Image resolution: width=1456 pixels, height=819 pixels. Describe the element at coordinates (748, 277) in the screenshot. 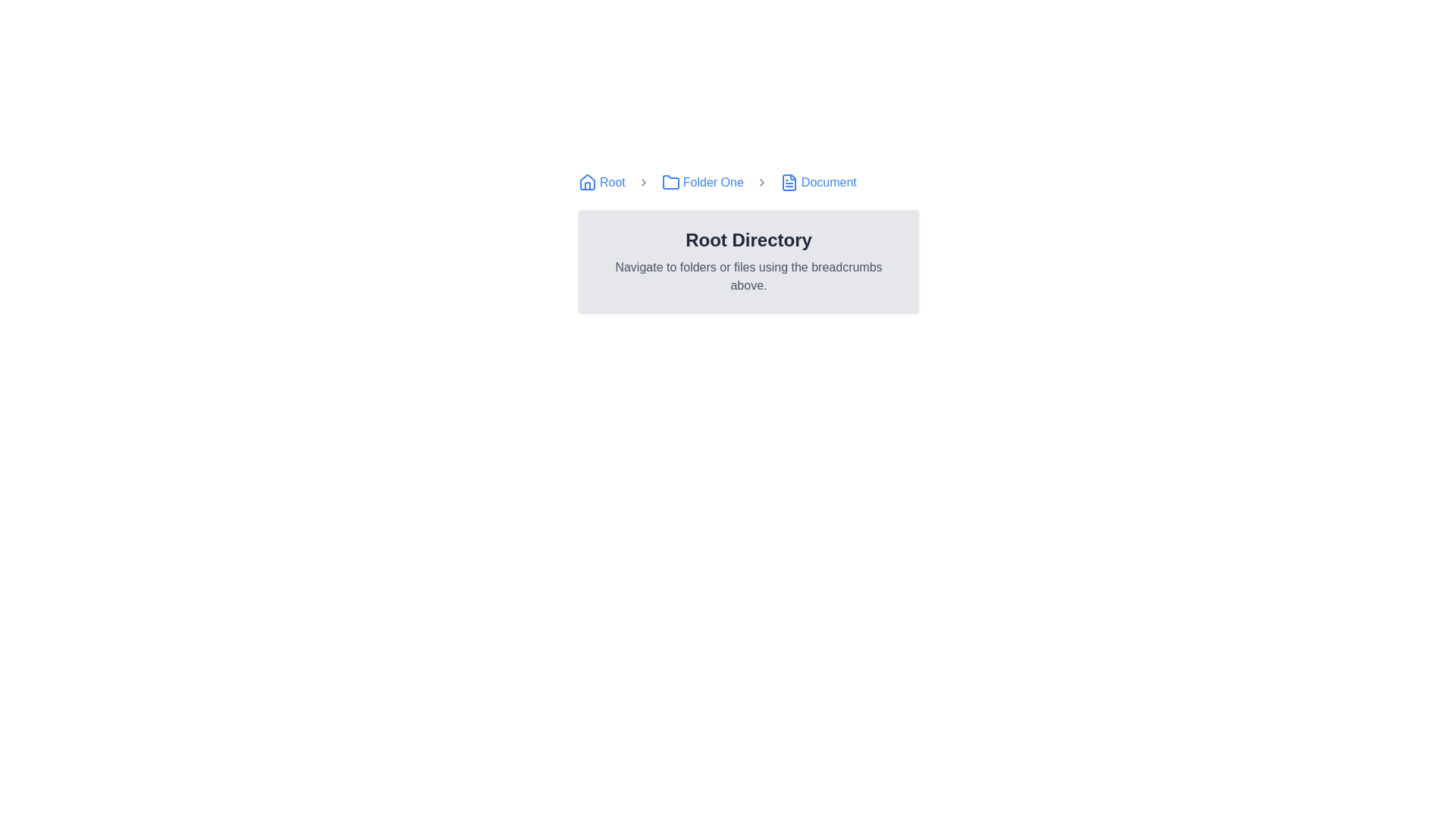

I see `the static text element that reads 'Navigate to folders or files using the breadcrumbs above.' which is located beneath the bold heading 'Root Directory.'` at that location.